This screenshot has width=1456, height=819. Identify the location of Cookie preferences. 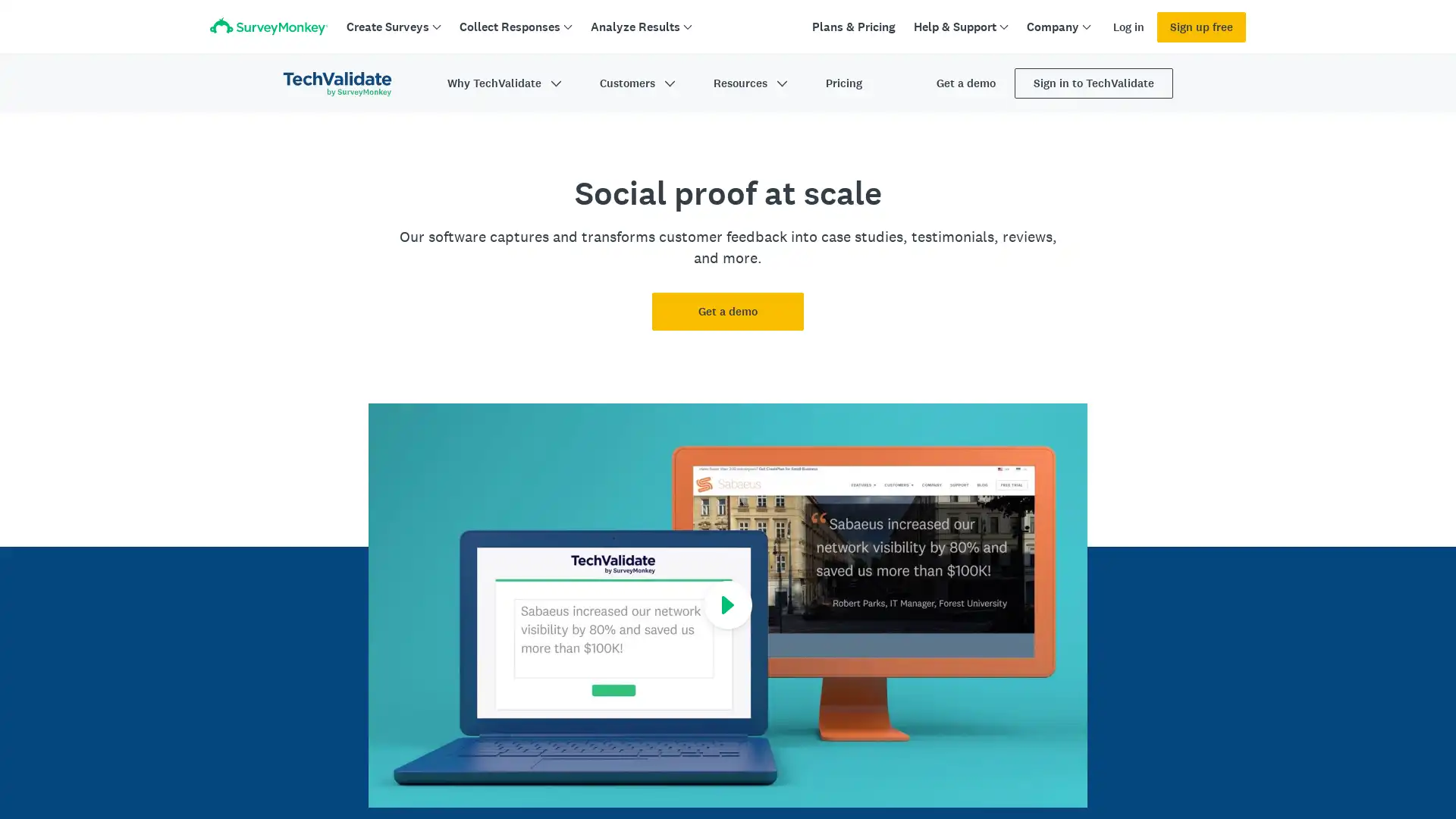
(1058, 765).